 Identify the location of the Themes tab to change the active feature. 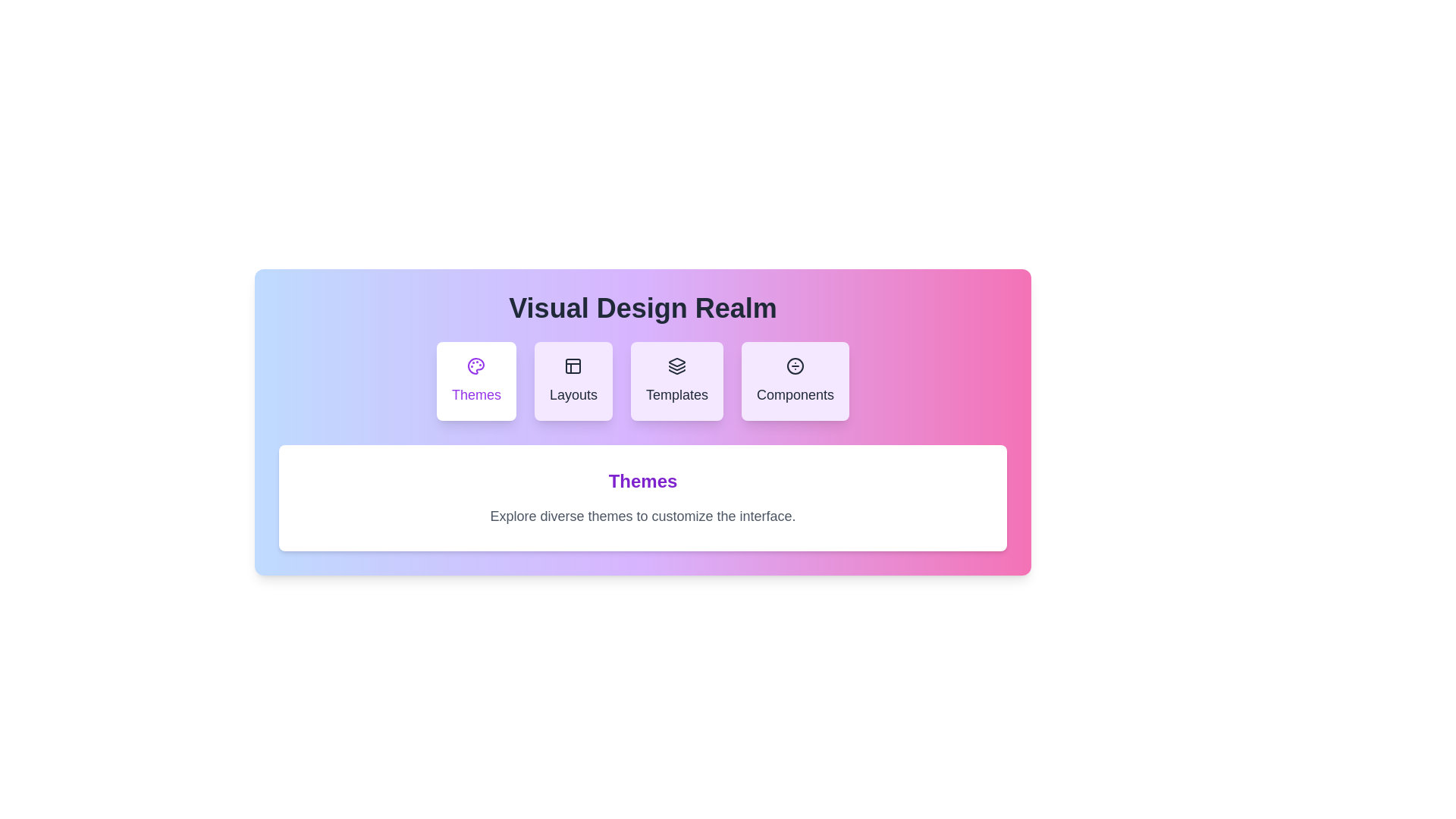
(475, 380).